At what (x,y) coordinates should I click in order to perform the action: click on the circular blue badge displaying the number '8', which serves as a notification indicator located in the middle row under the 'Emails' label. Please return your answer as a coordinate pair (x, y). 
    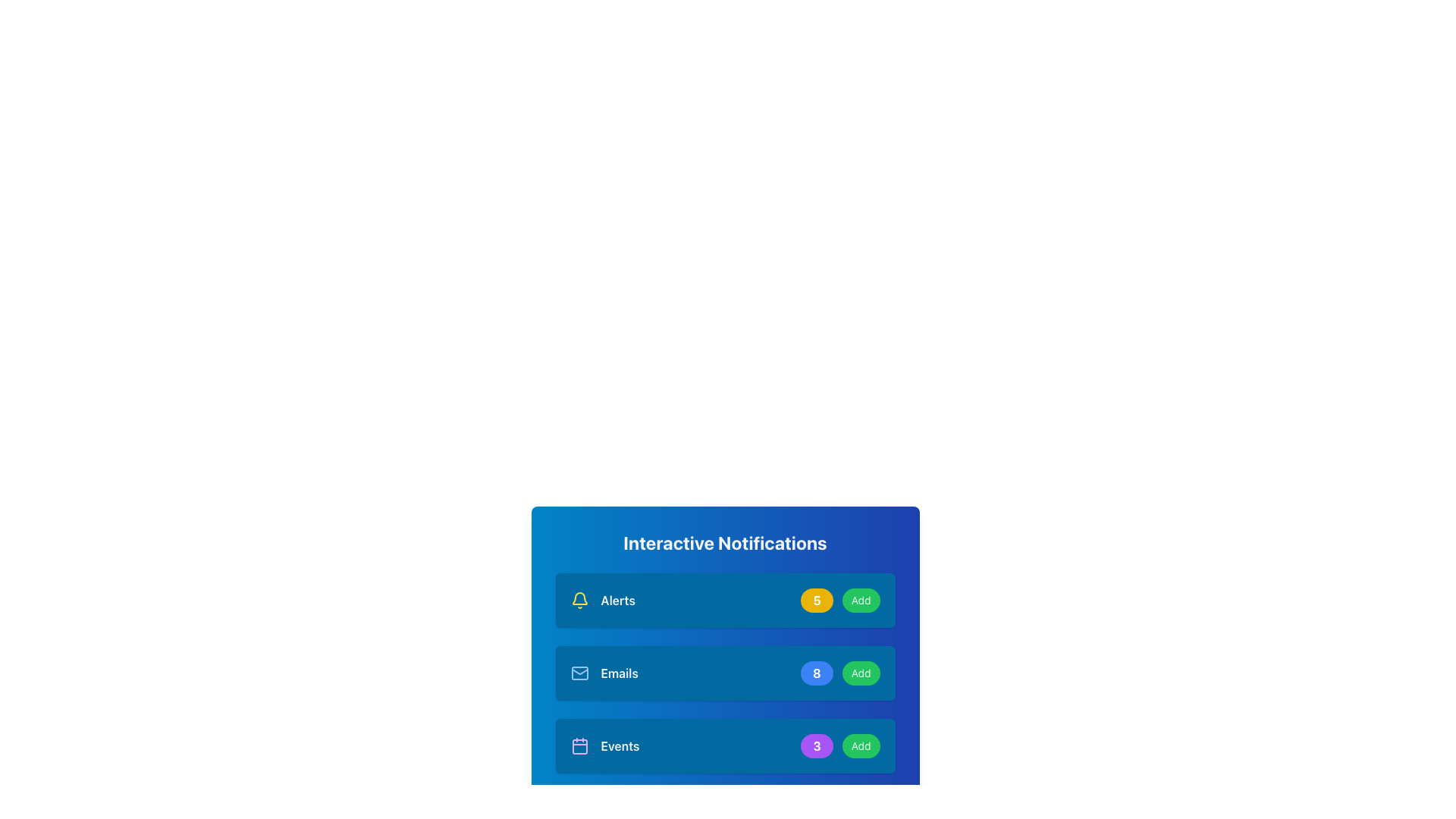
    Looking at the image, I should click on (816, 672).